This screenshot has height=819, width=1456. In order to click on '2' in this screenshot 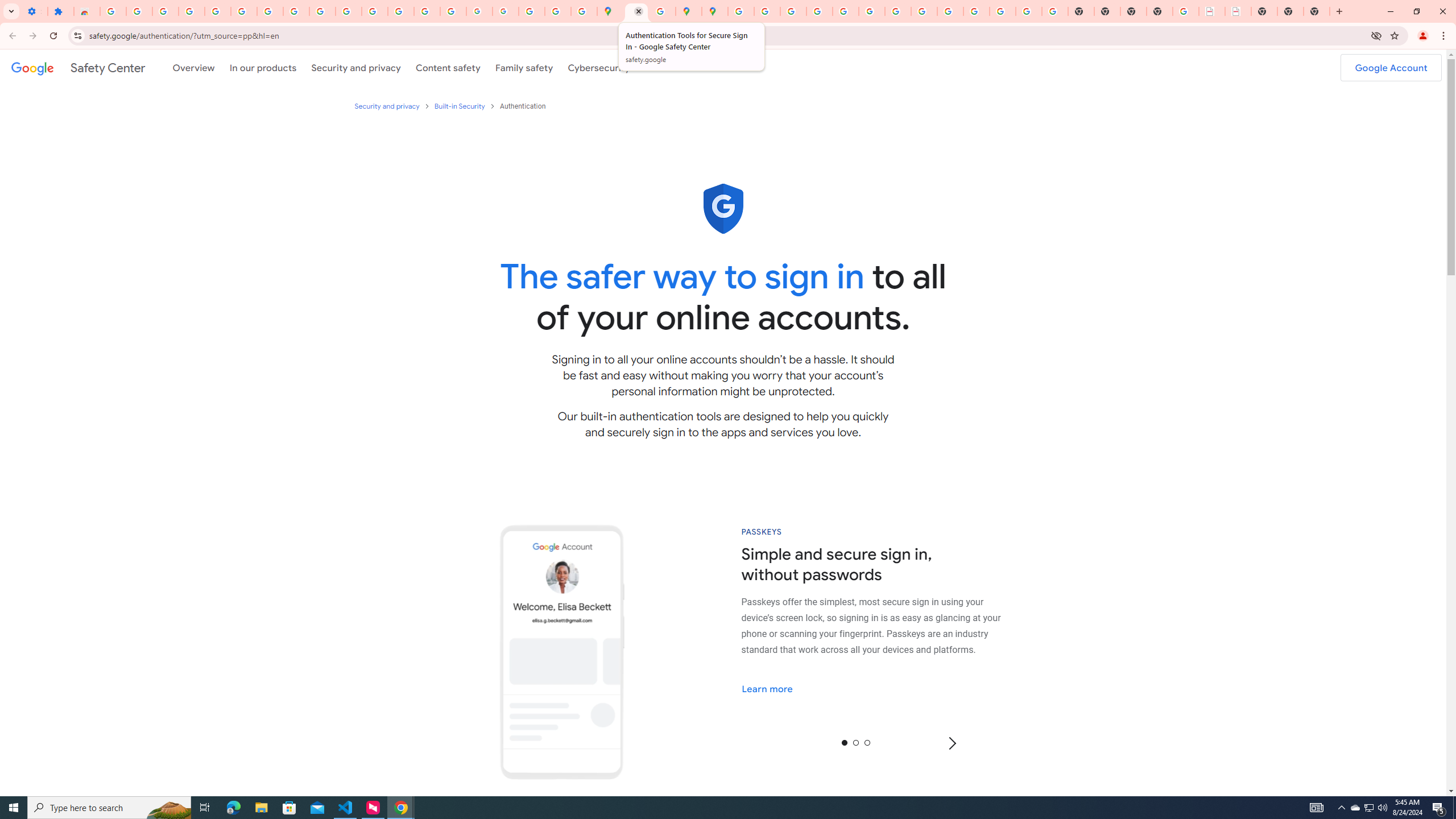, I will do `click(866, 742)`.